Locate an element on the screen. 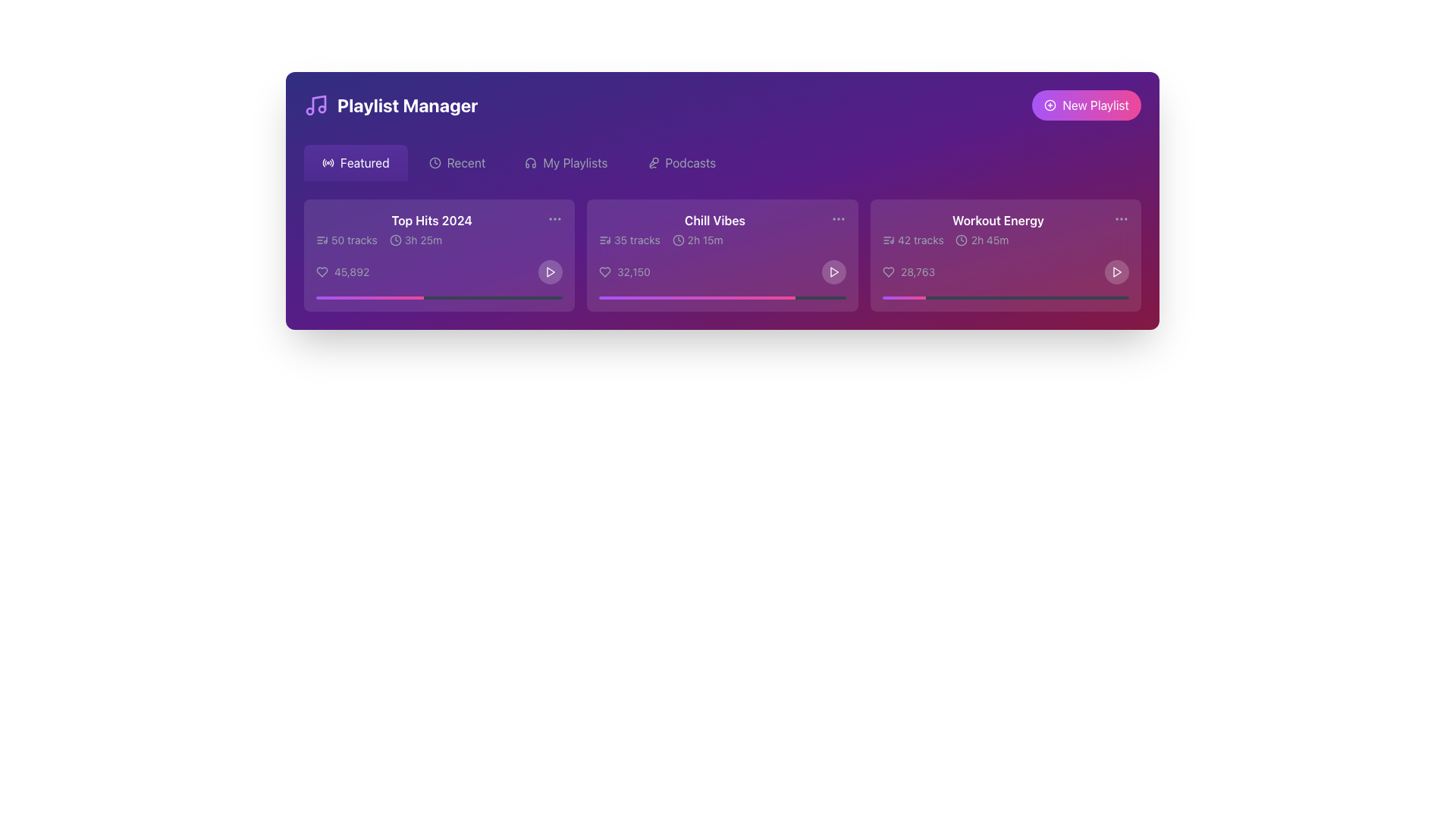 The image size is (1456, 819). the text label that serves as the title of the playlist, located at the top of the first card in a horizontally aligned row of playlist cards is located at coordinates (431, 220).